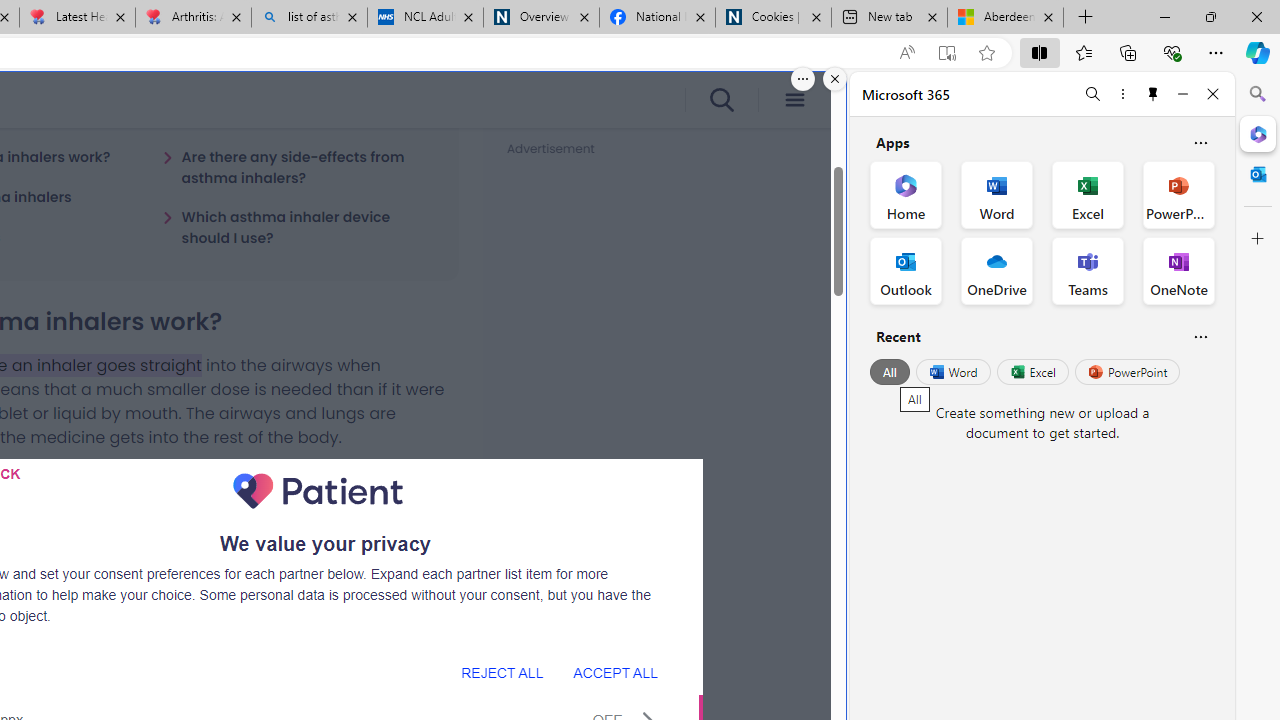 The height and width of the screenshot is (720, 1280). I want to click on 'Cookies | About | NICE', so click(772, 17).